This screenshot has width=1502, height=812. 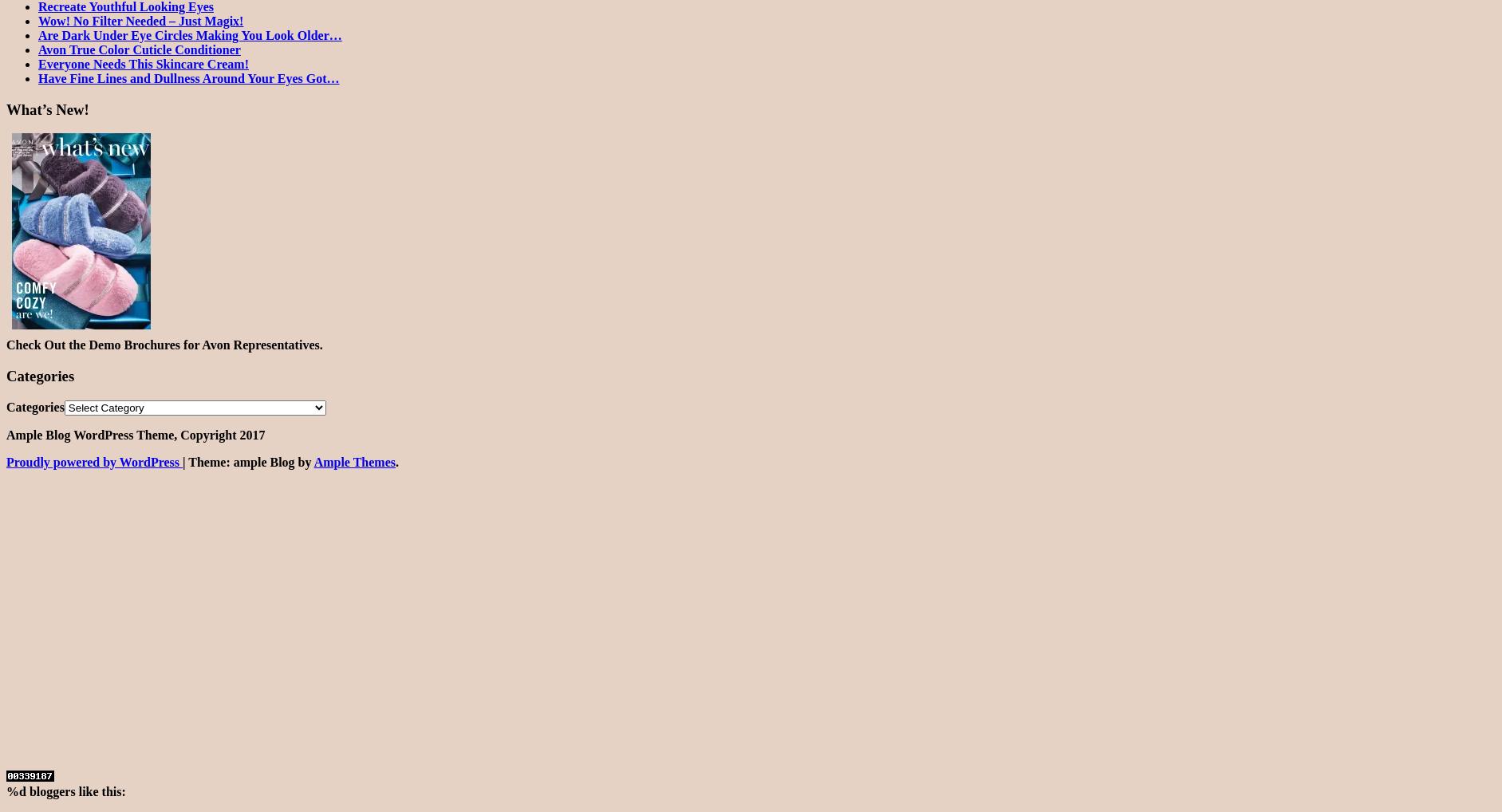 I want to click on 'Check Out the Demo Brochures for Avon Representatives.', so click(x=164, y=344).